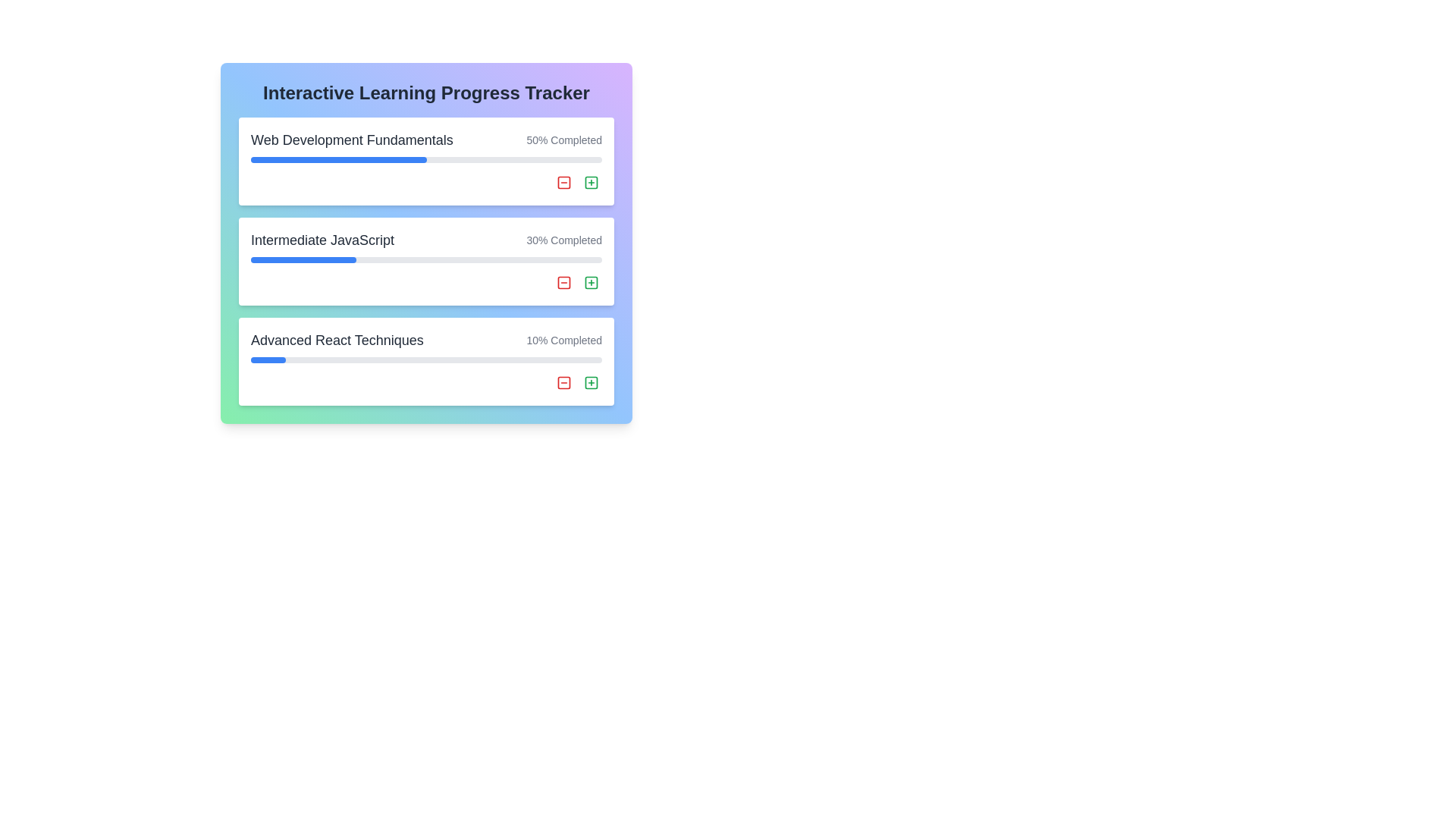 This screenshot has height=819, width=1456. Describe the element at coordinates (563, 283) in the screenshot. I see `the minus icon located immediately to the left of the green plus icon in the second card labeled 'Intermediate JavaScript'` at that location.